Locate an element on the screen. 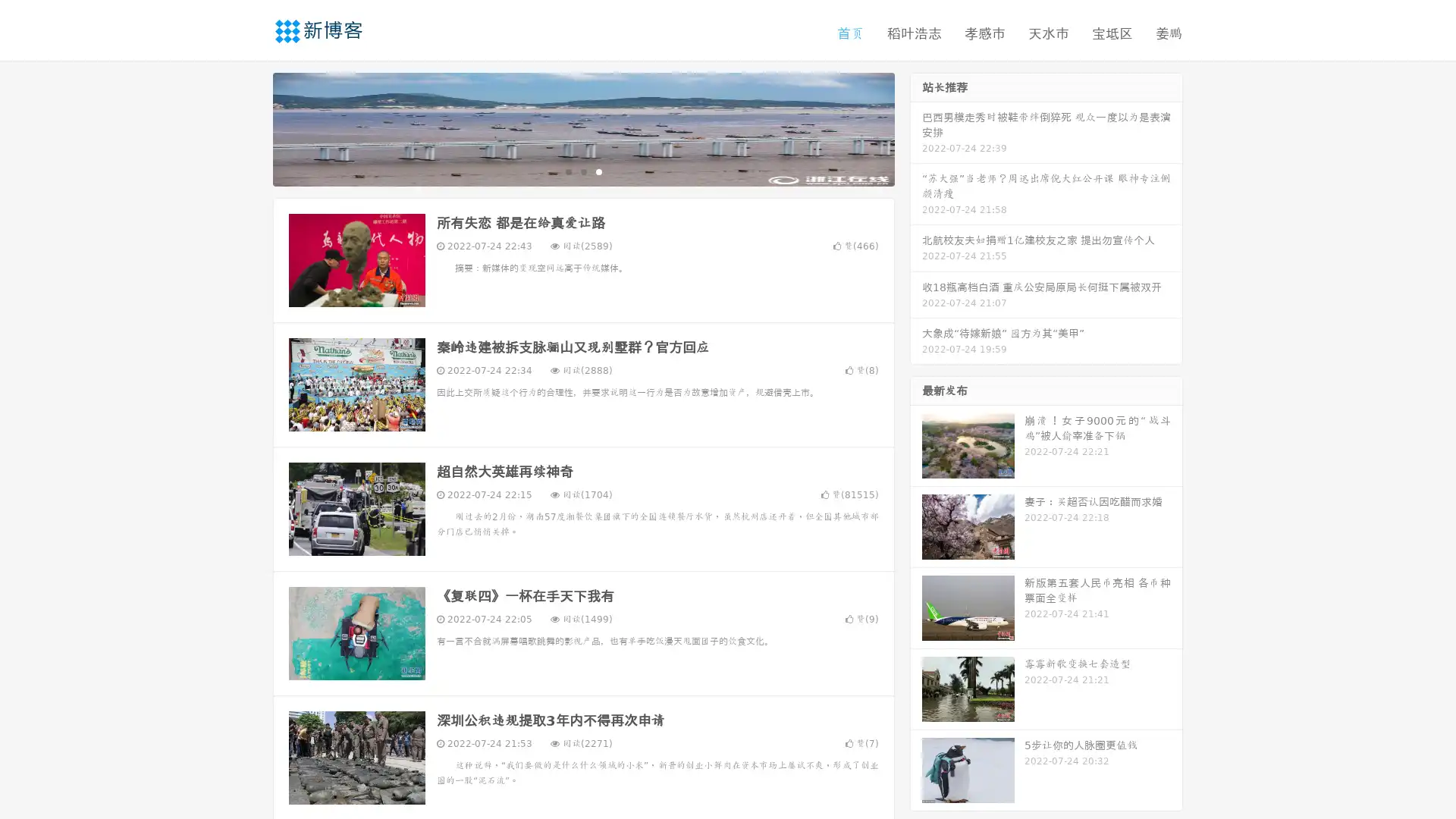  Go to slide 2 is located at coordinates (582, 171).